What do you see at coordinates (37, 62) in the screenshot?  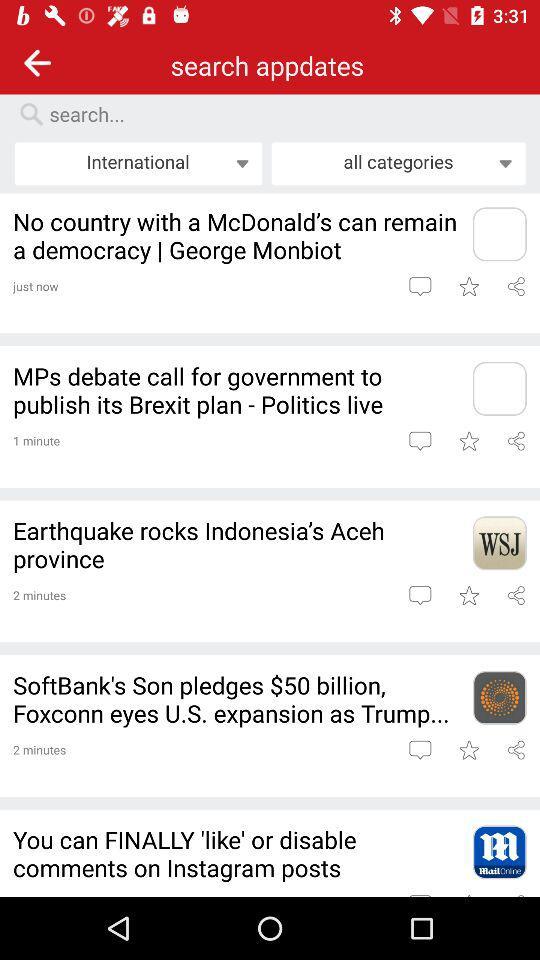 I see `the arrow_backward icon` at bounding box center [37, 62].